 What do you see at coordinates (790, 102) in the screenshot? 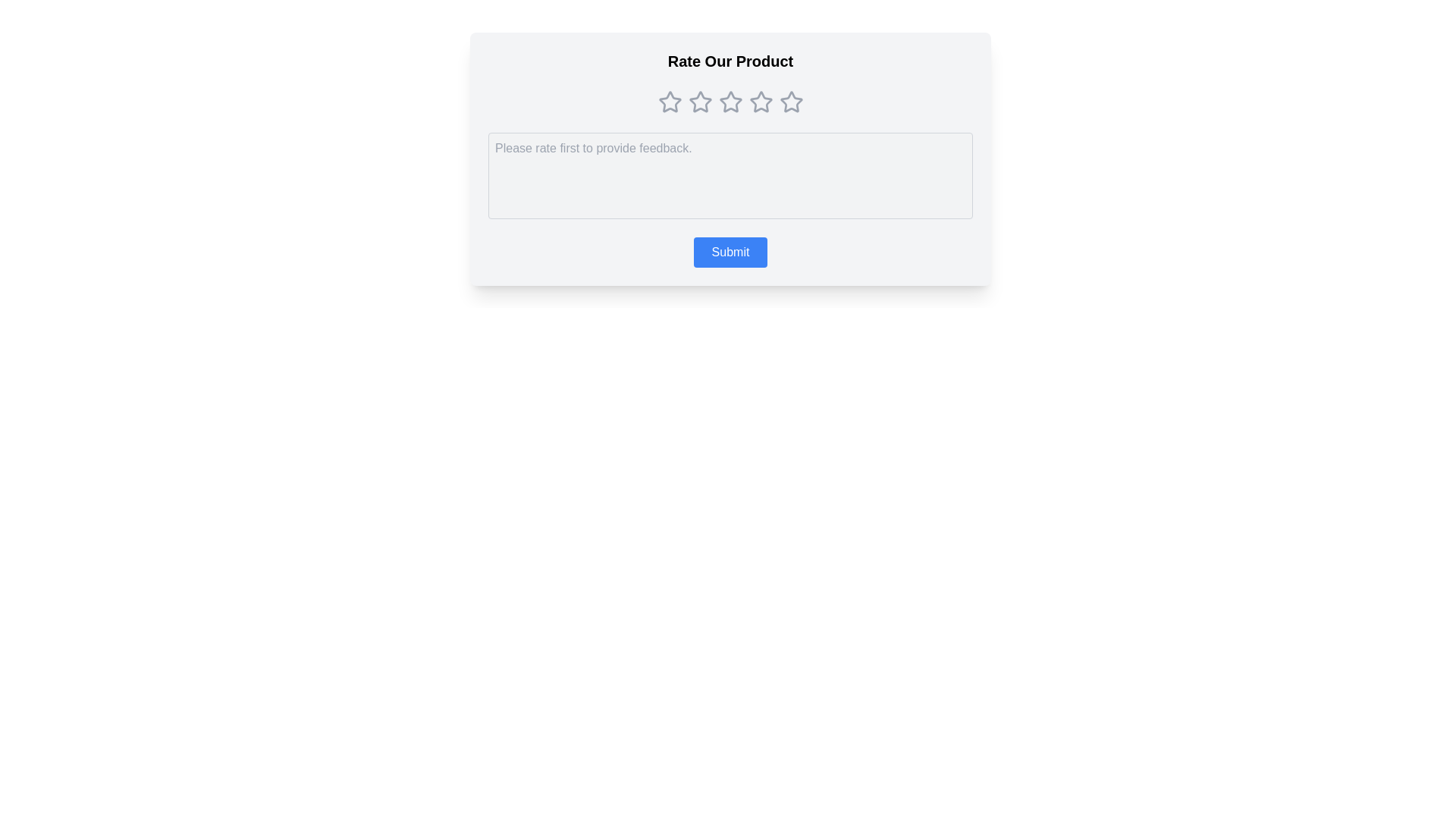
I see `on the fifth star in the 5-star rating system` at bounding box center [790, 102].